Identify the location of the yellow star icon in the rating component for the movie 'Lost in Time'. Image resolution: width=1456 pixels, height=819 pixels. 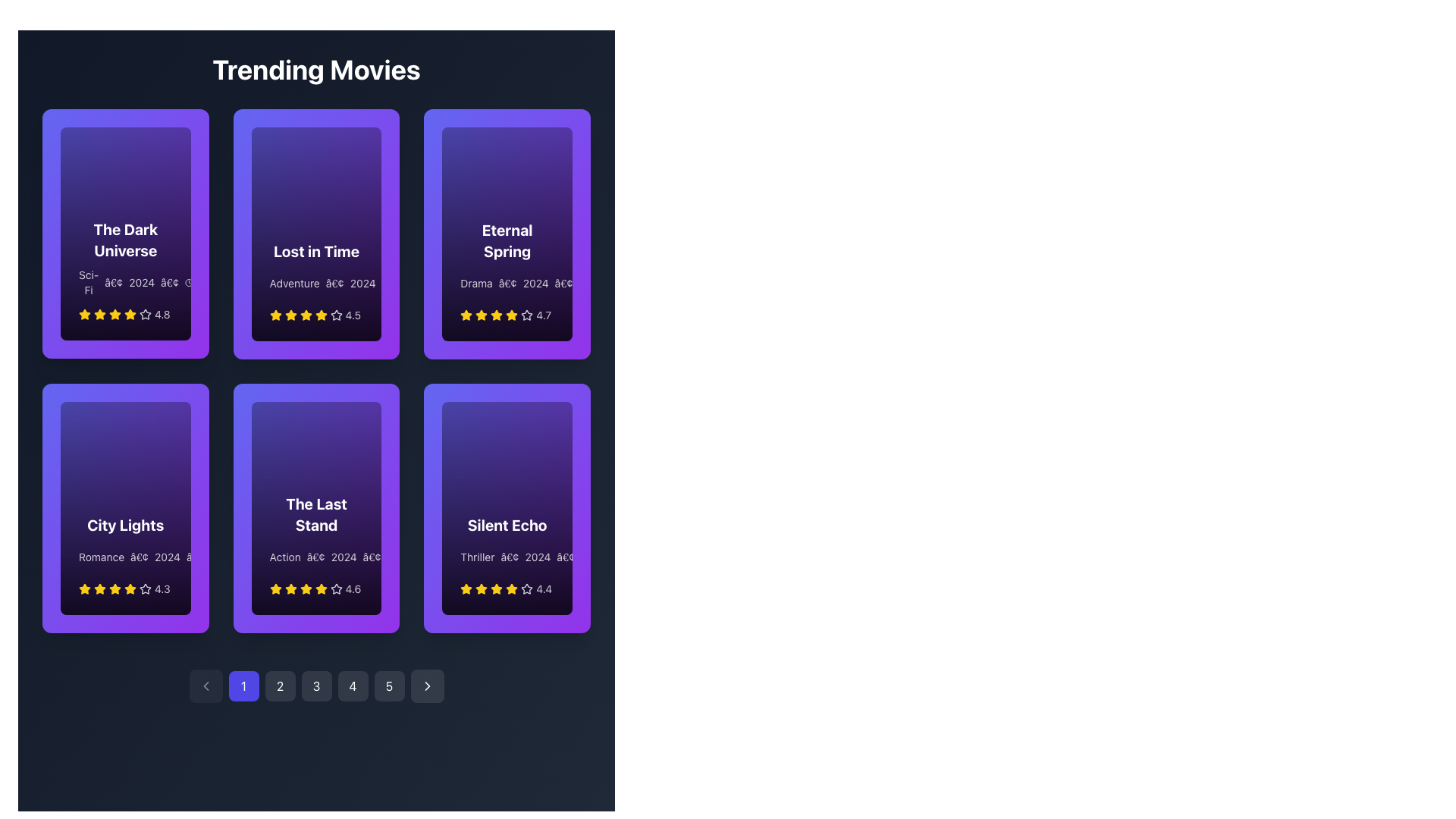
(305, 314).